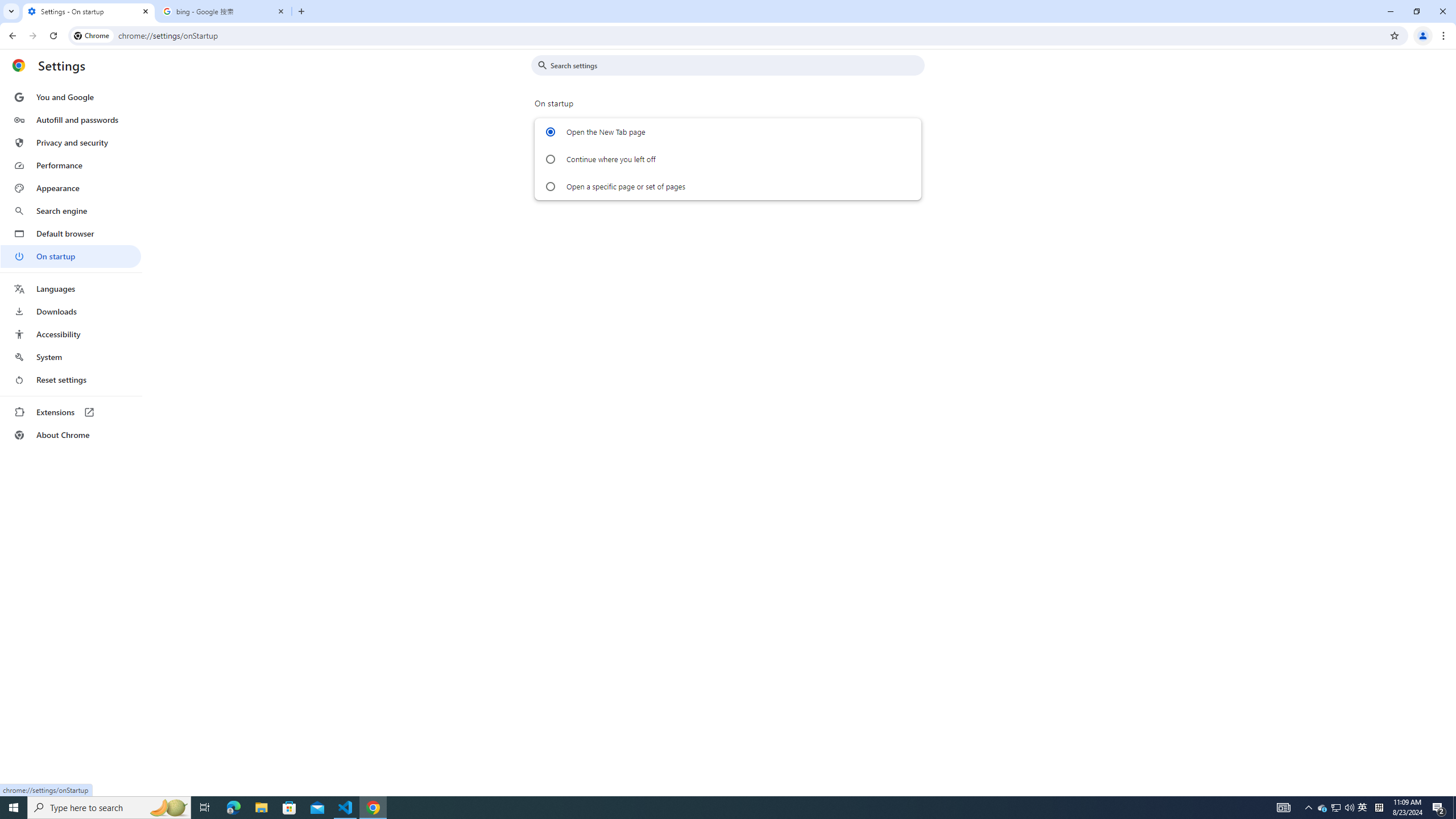 The width and height of the screenshot is (1456, 819). I want to click on 'Autofill and passwords', so click(70, 119).